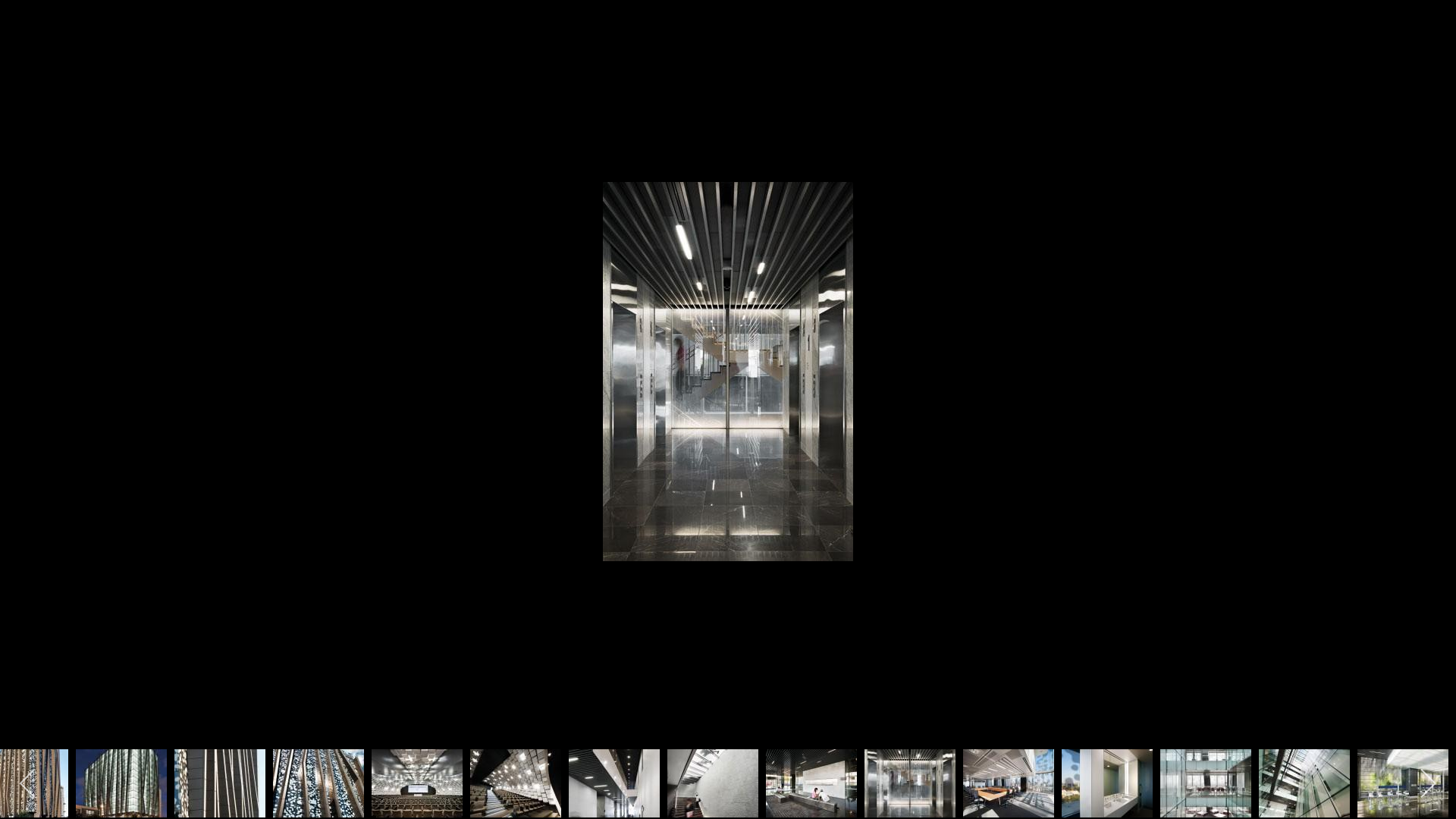  I want to click on '090116 D3X 1312cmyk', so click(712, 783).